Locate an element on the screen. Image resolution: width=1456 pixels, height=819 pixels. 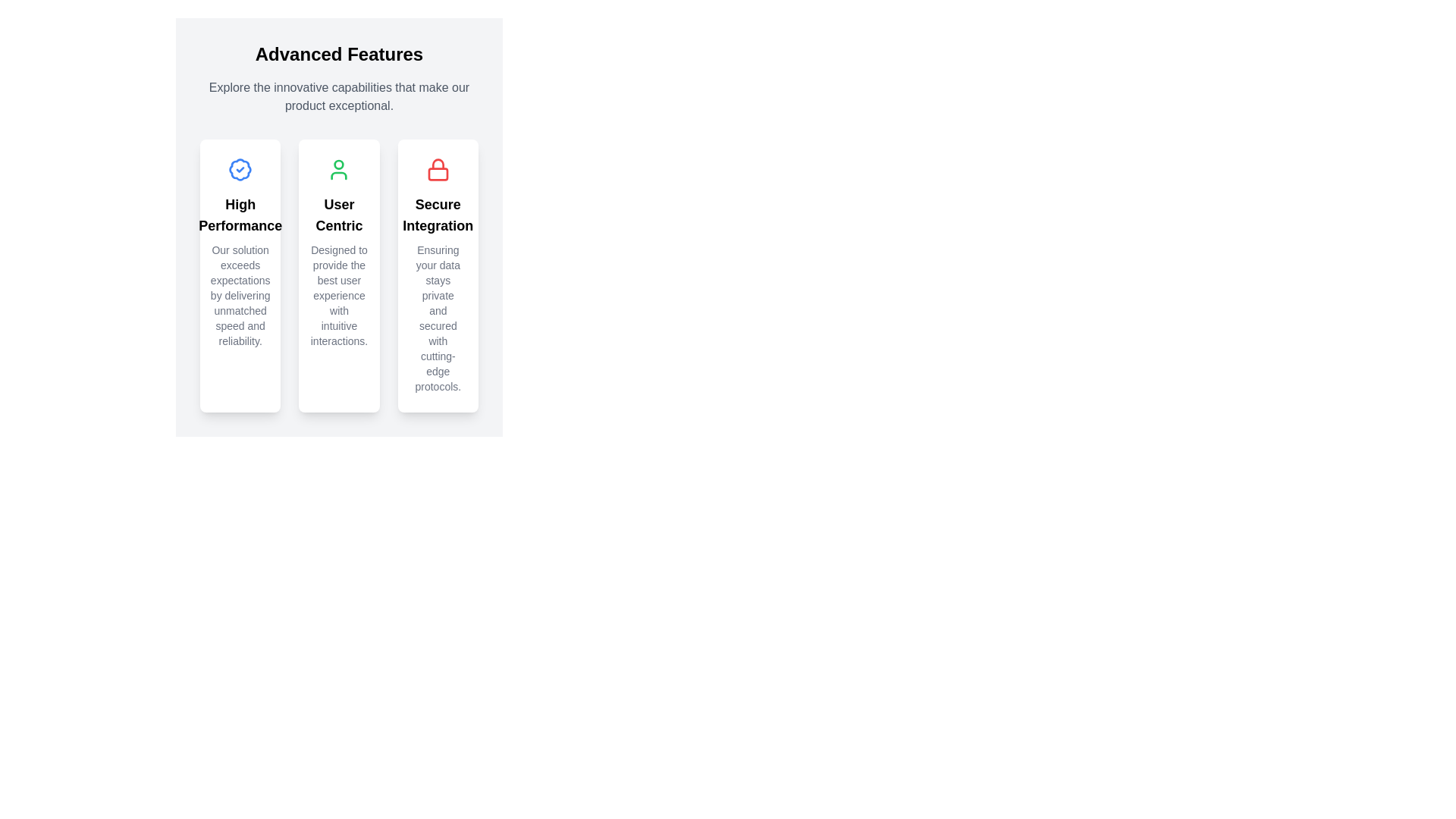
text content displayed in the gray text block that describes the user experience, located within the 'User Centric' card below the heading is located at coordinates (338, 295).